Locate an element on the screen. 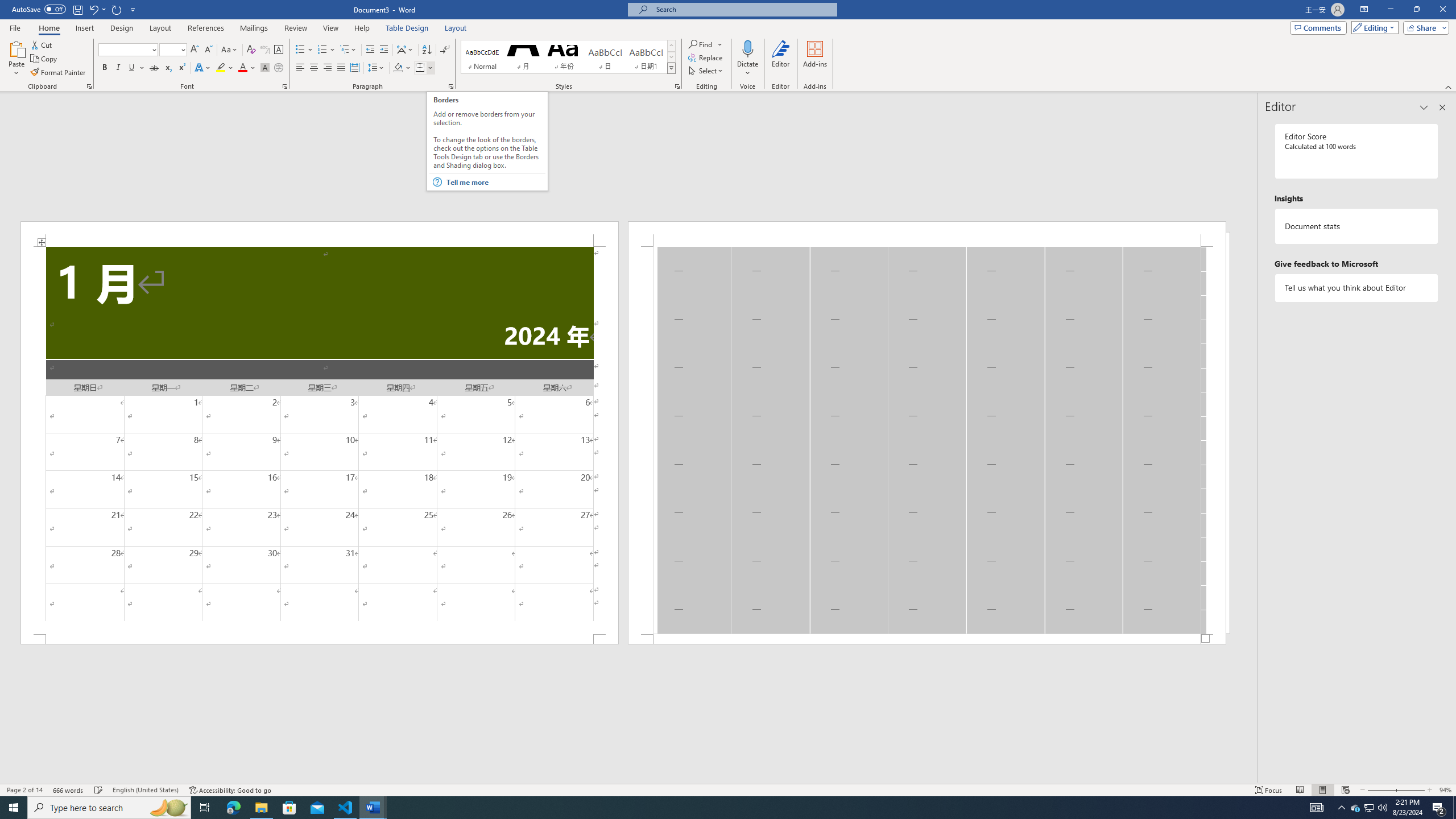 This screenshot has width=1456, height=819. 'Undo Apply Quick Style' is located at coordinates (97, 9).